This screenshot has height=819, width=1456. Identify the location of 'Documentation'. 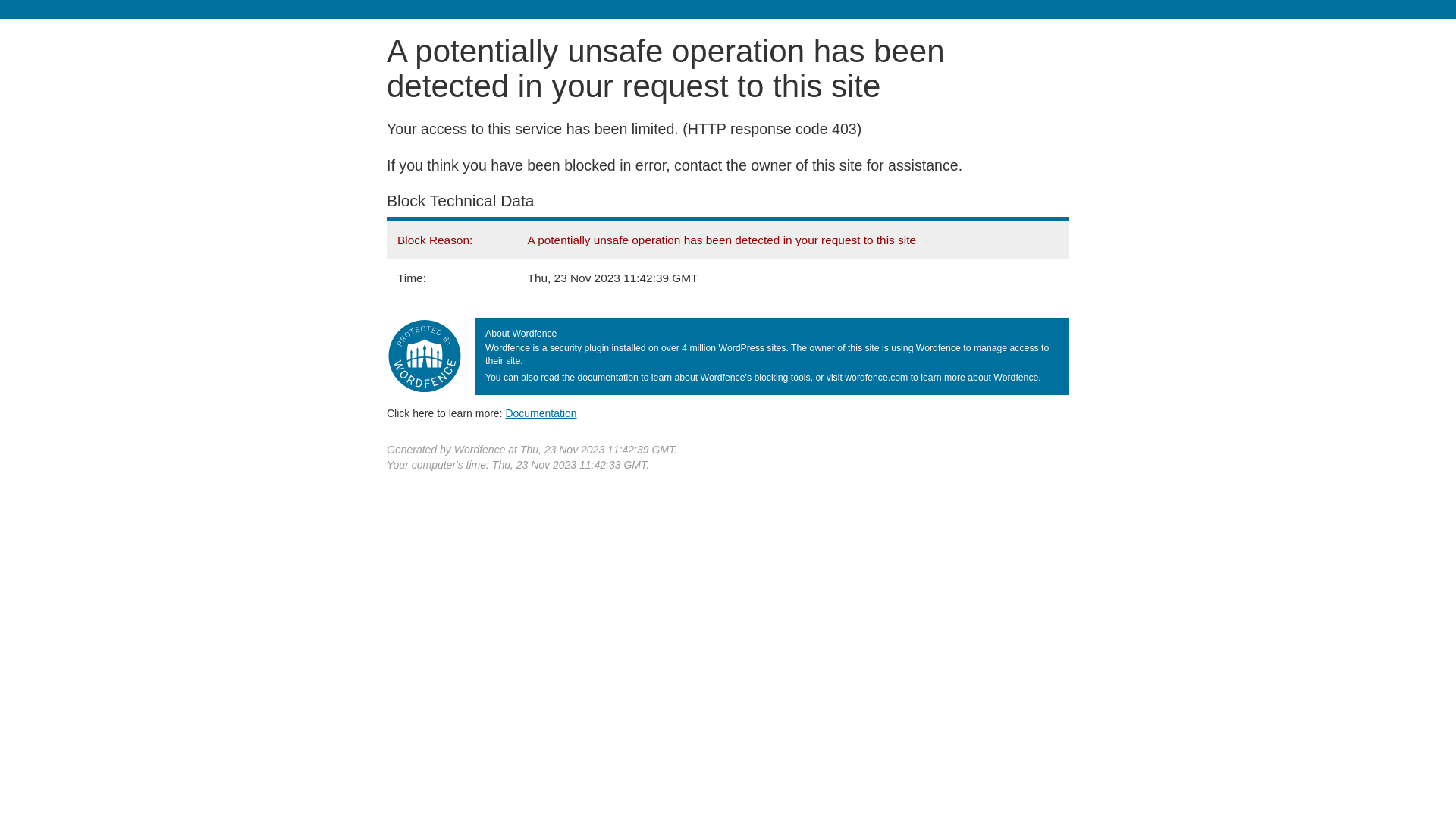
(541, 413).